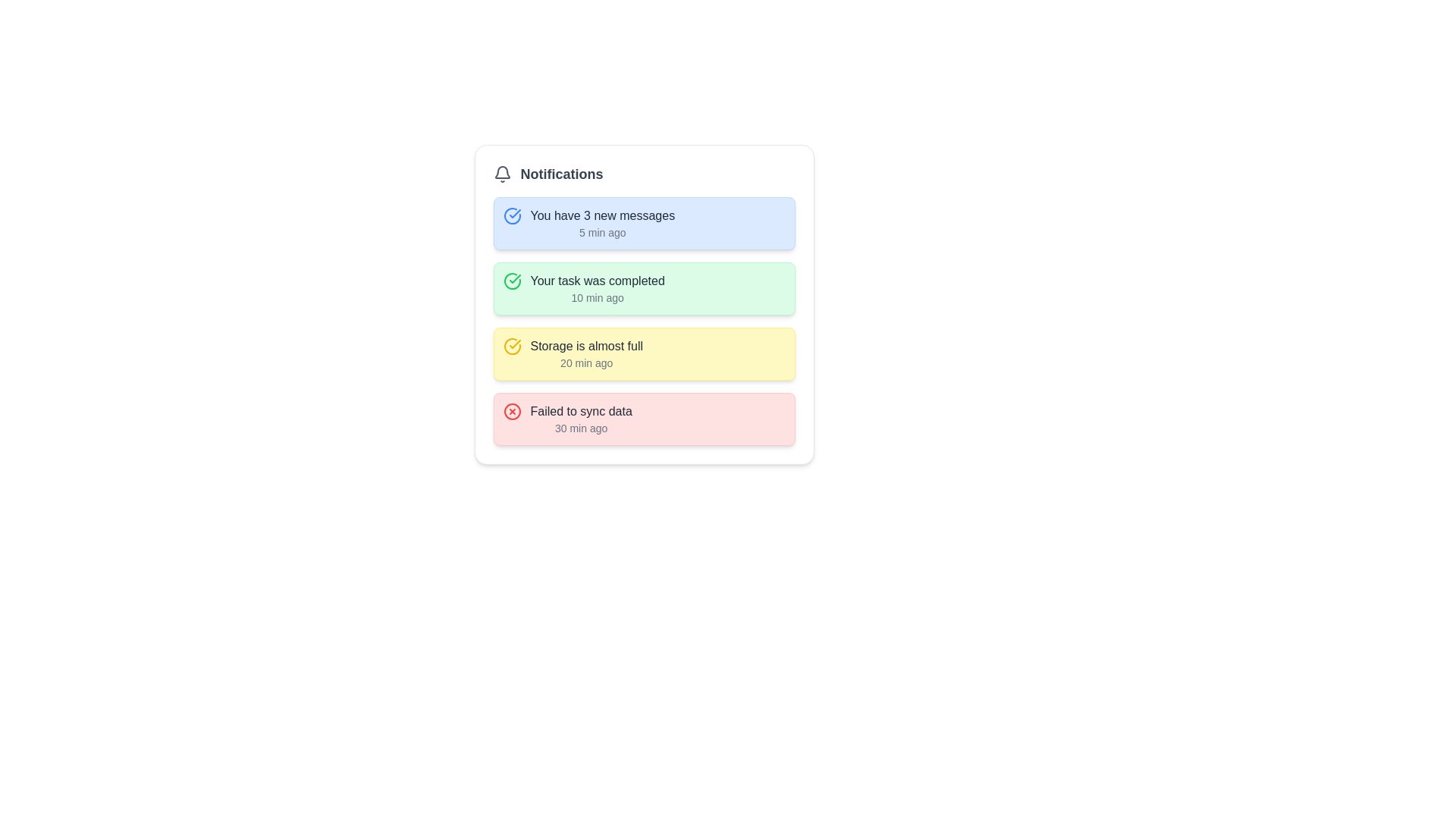 The image size is (1456, 819). Describe the element at coordinates (580, 419) in the screenshot. I see `the failure notification message indicating that data synchronization failed 30 minutes ago, which is the last notification entry in the notifications panel` at that location.